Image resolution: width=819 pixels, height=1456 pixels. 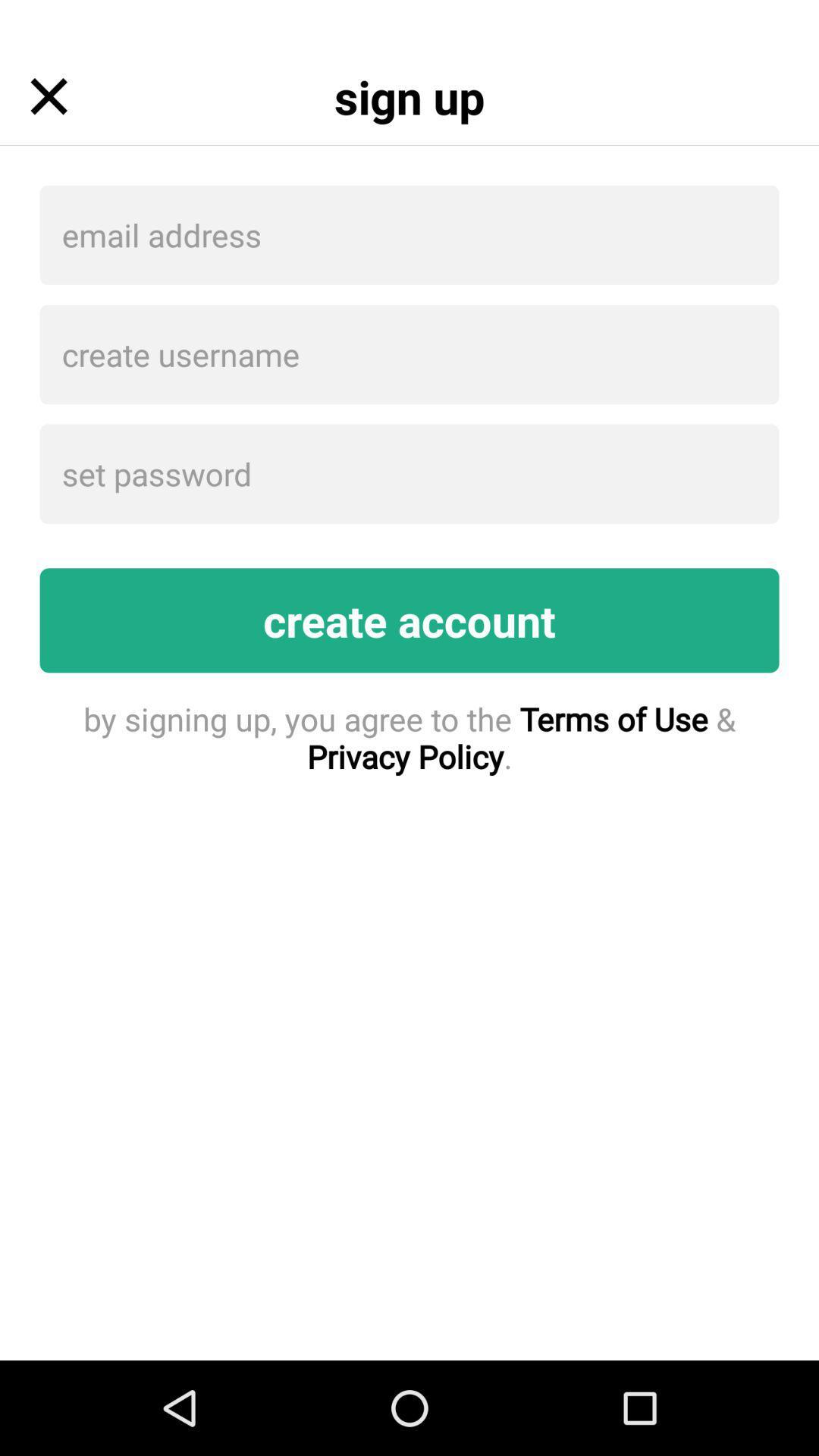 I want to click on create account item, so click(x=409, y=620).